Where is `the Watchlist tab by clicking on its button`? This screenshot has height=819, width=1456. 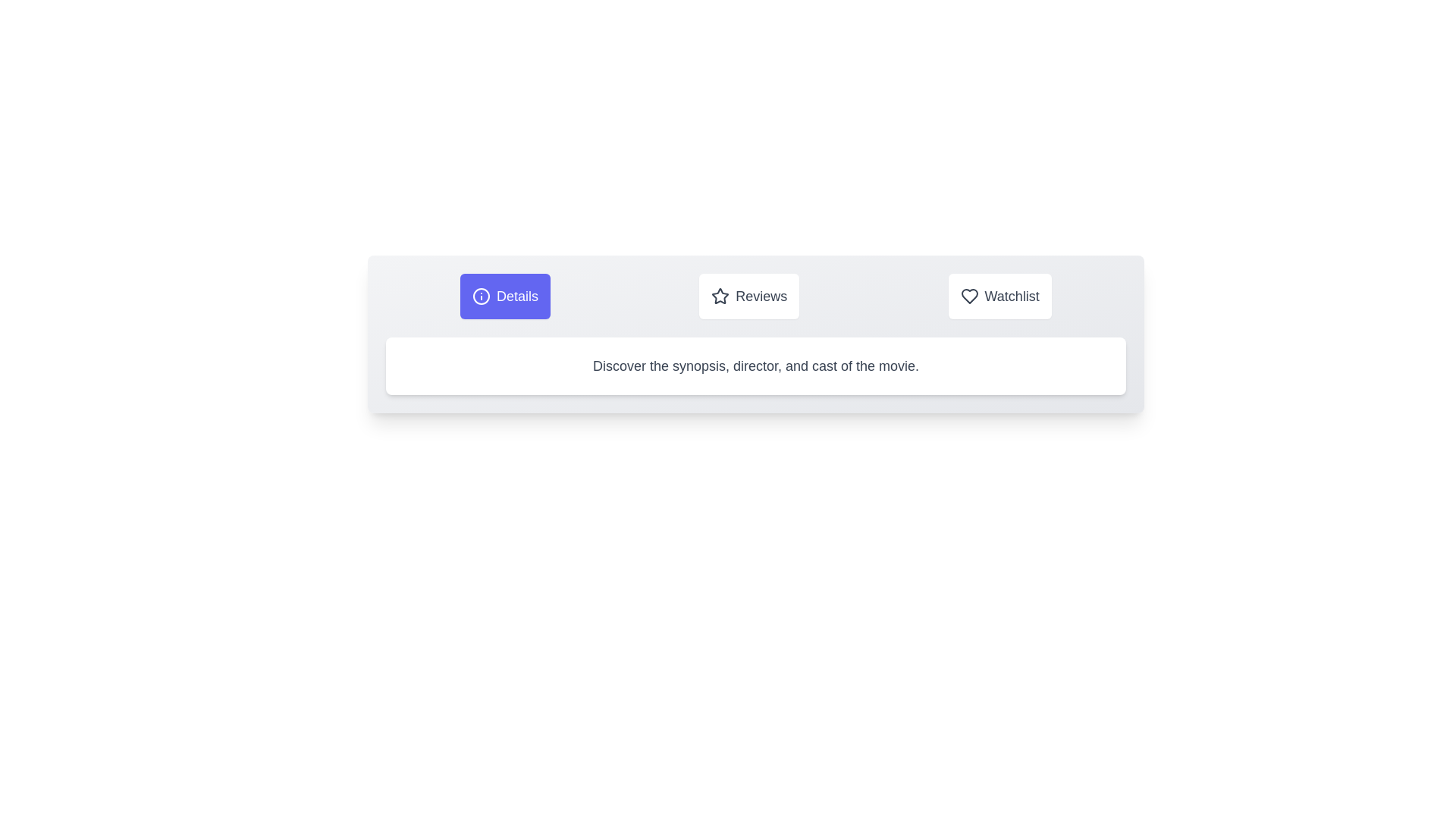 the Watchlist tab by clicking on its button is located at coordinates (999, 296).